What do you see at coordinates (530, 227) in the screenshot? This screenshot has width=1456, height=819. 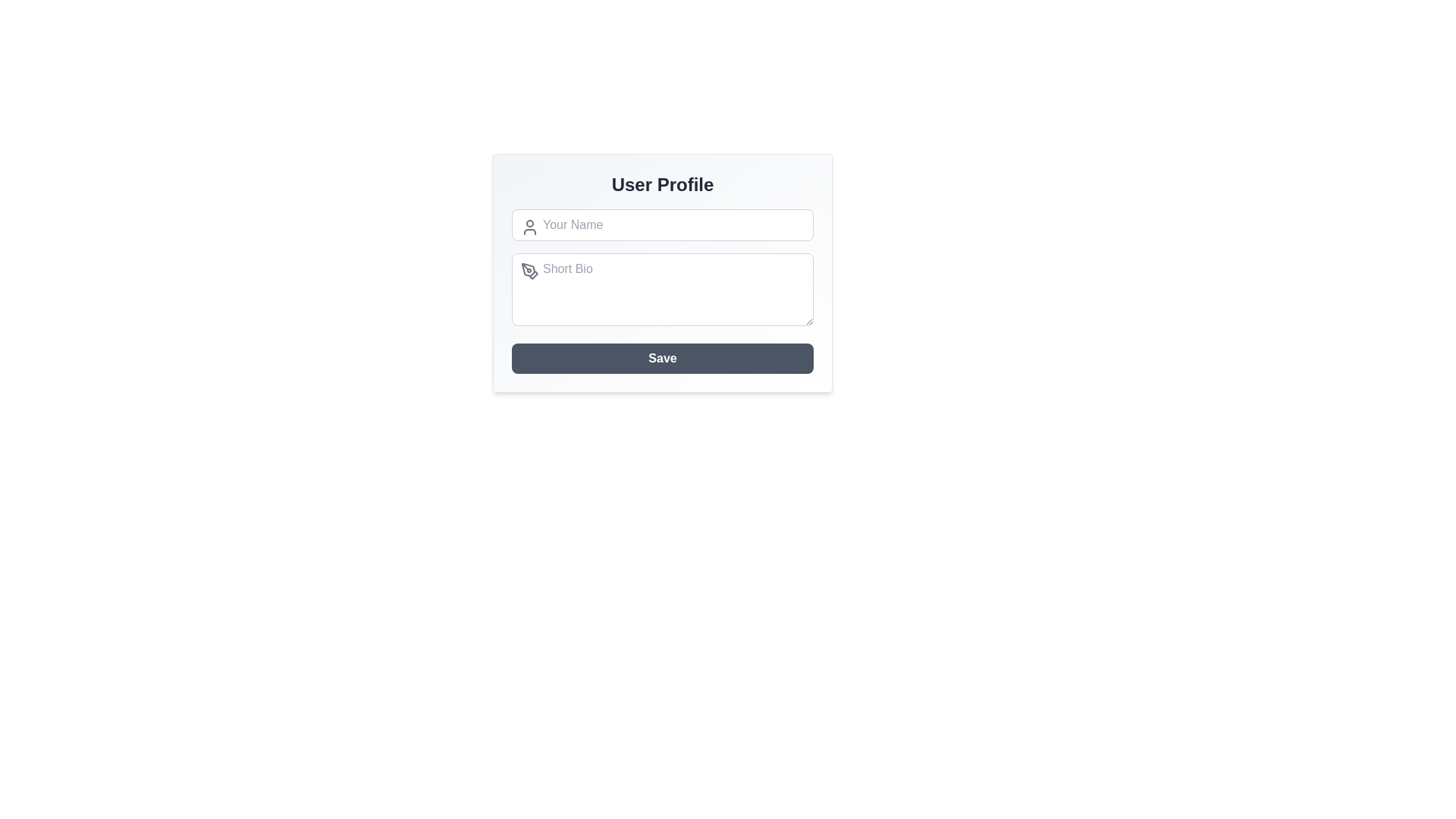 I see `the decorative user SVG icon located to the left of the 'Your Name' input field` at bounding box center [530, 227].